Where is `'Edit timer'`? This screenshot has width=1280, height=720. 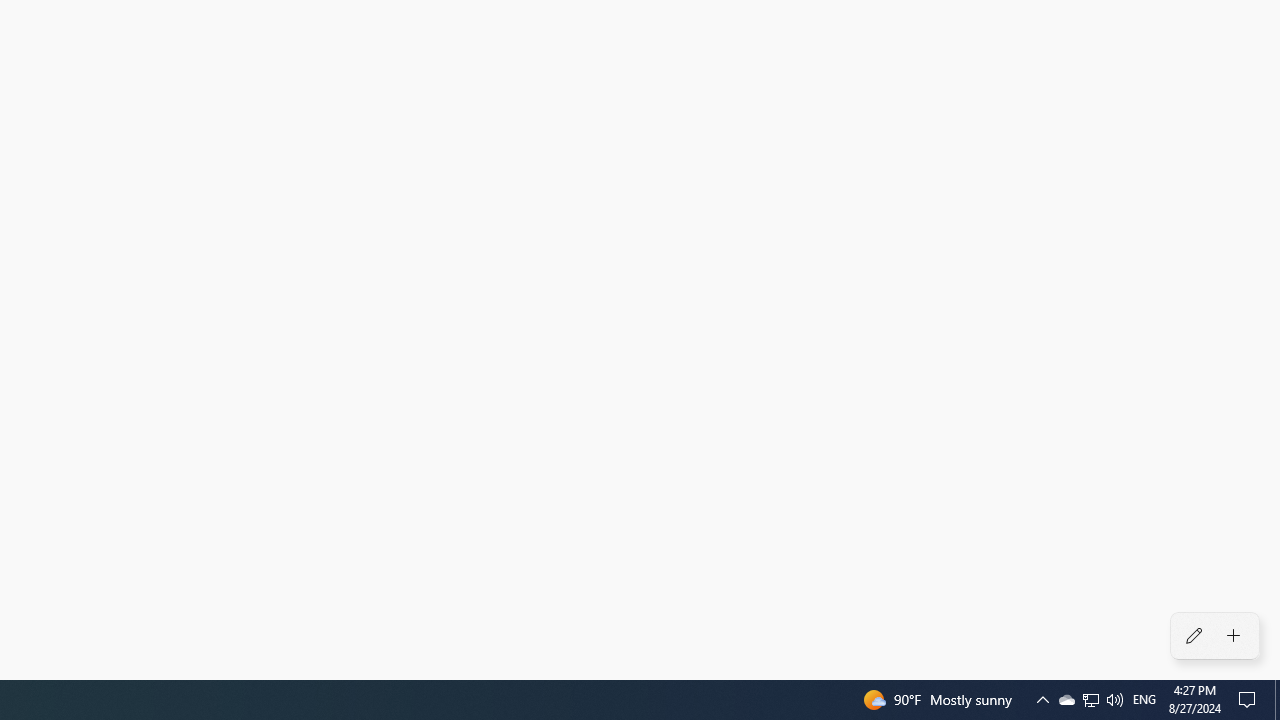
'Edit timer' is located at coordinates (1193, 636).